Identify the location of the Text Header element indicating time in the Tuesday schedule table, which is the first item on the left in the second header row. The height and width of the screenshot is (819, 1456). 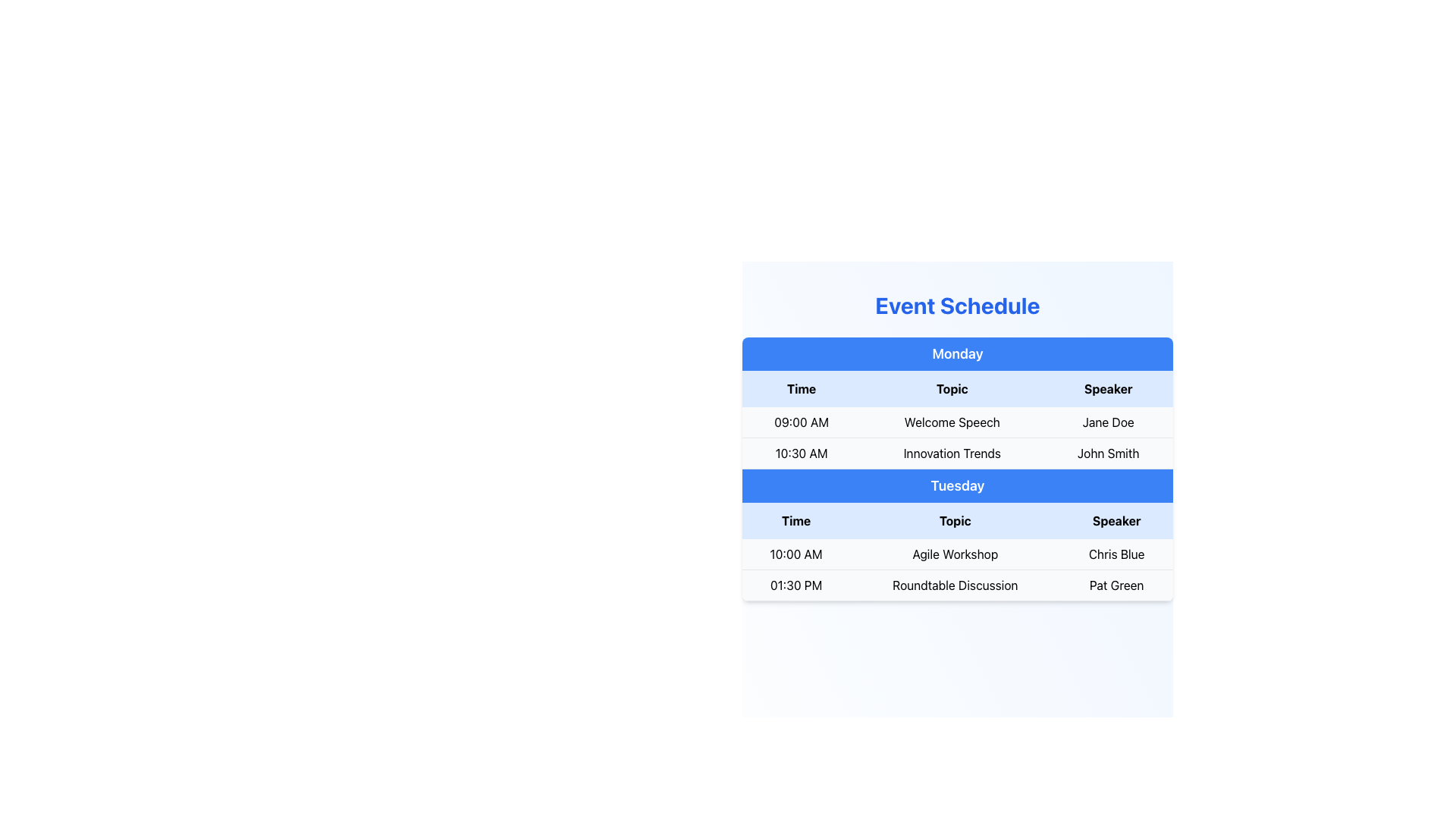
(795, 519).